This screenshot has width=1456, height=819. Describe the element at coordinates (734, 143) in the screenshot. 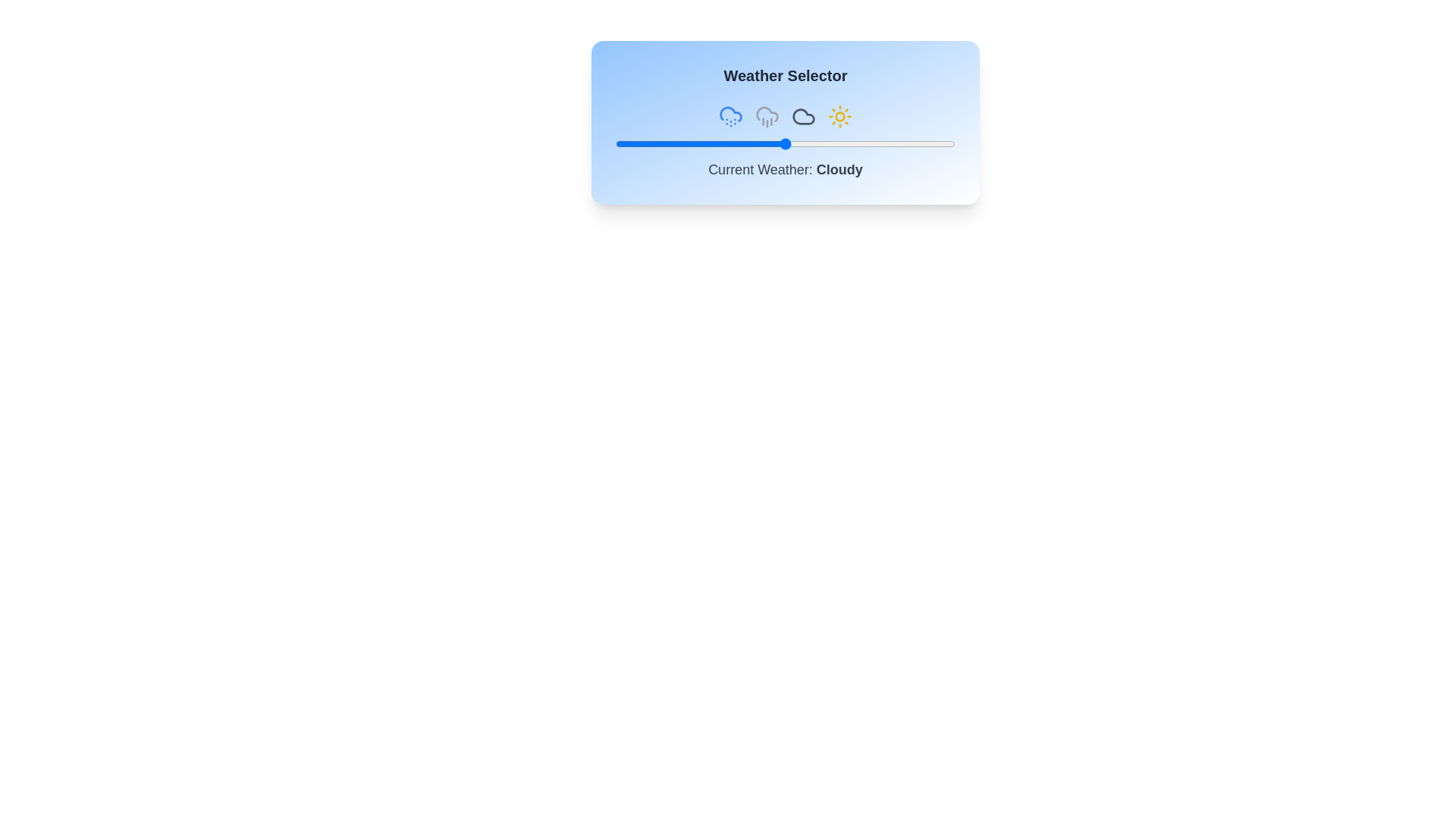

I see `the weather slider to 35%, where 35 is a value between 0 and 100` at that location.